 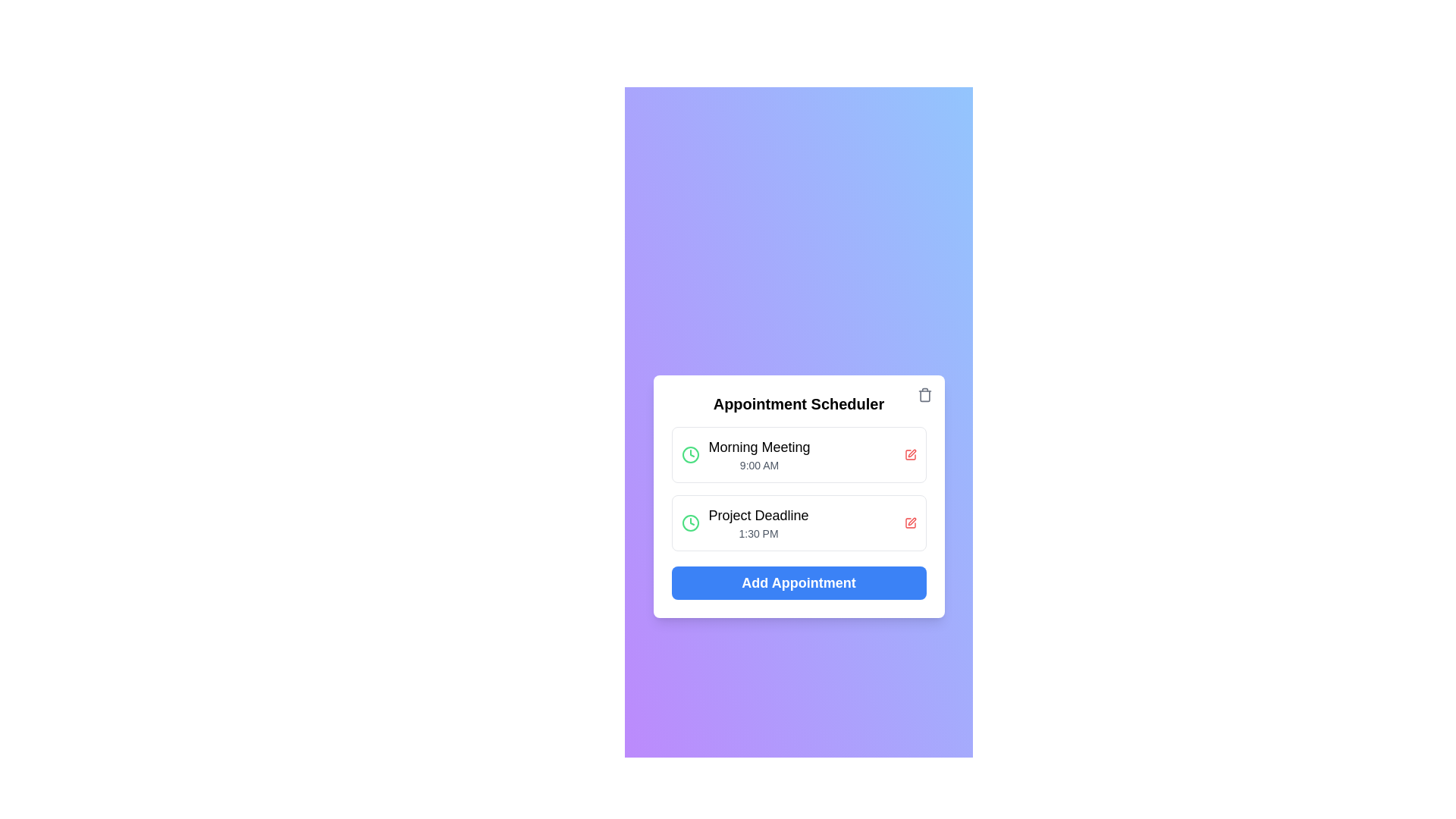 What do you see at coordinates (759, 454) in the screenshot?
I see `the 'Morning Meeting' text label, which is part of the first appointment card in the Appointment Scheduler, to use it as a reference for interacting with adjacent elements` at bounding box center [759, 454].